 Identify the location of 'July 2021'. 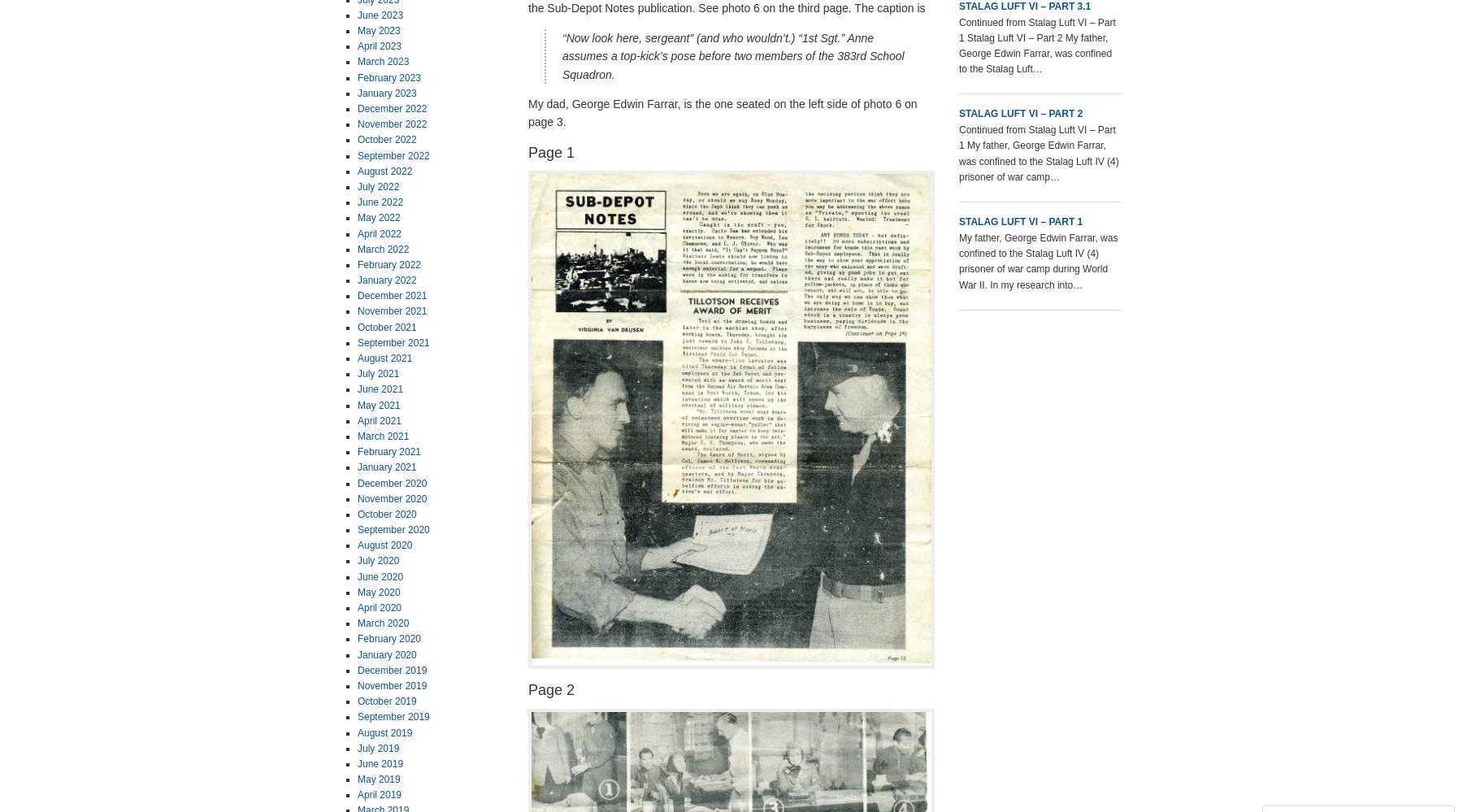
(377, 374).